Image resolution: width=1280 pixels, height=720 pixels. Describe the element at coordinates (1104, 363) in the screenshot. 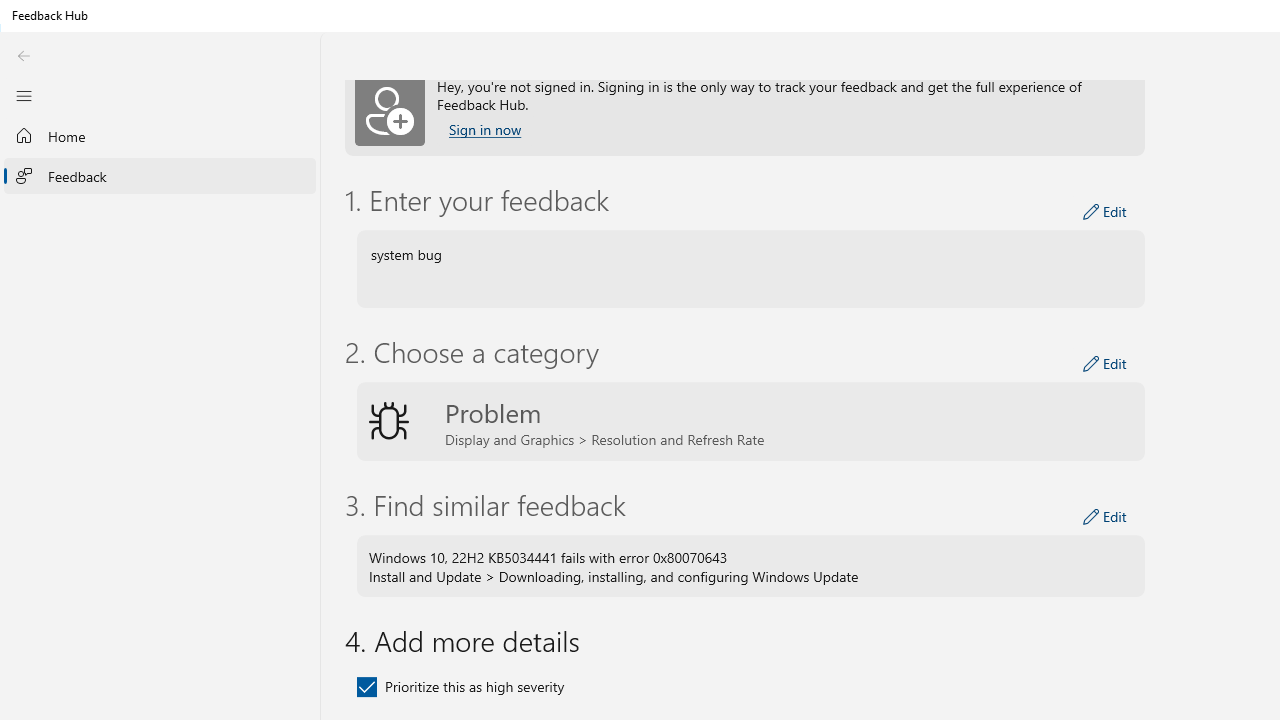

I see `'Edit feedback type and category'` at that location.